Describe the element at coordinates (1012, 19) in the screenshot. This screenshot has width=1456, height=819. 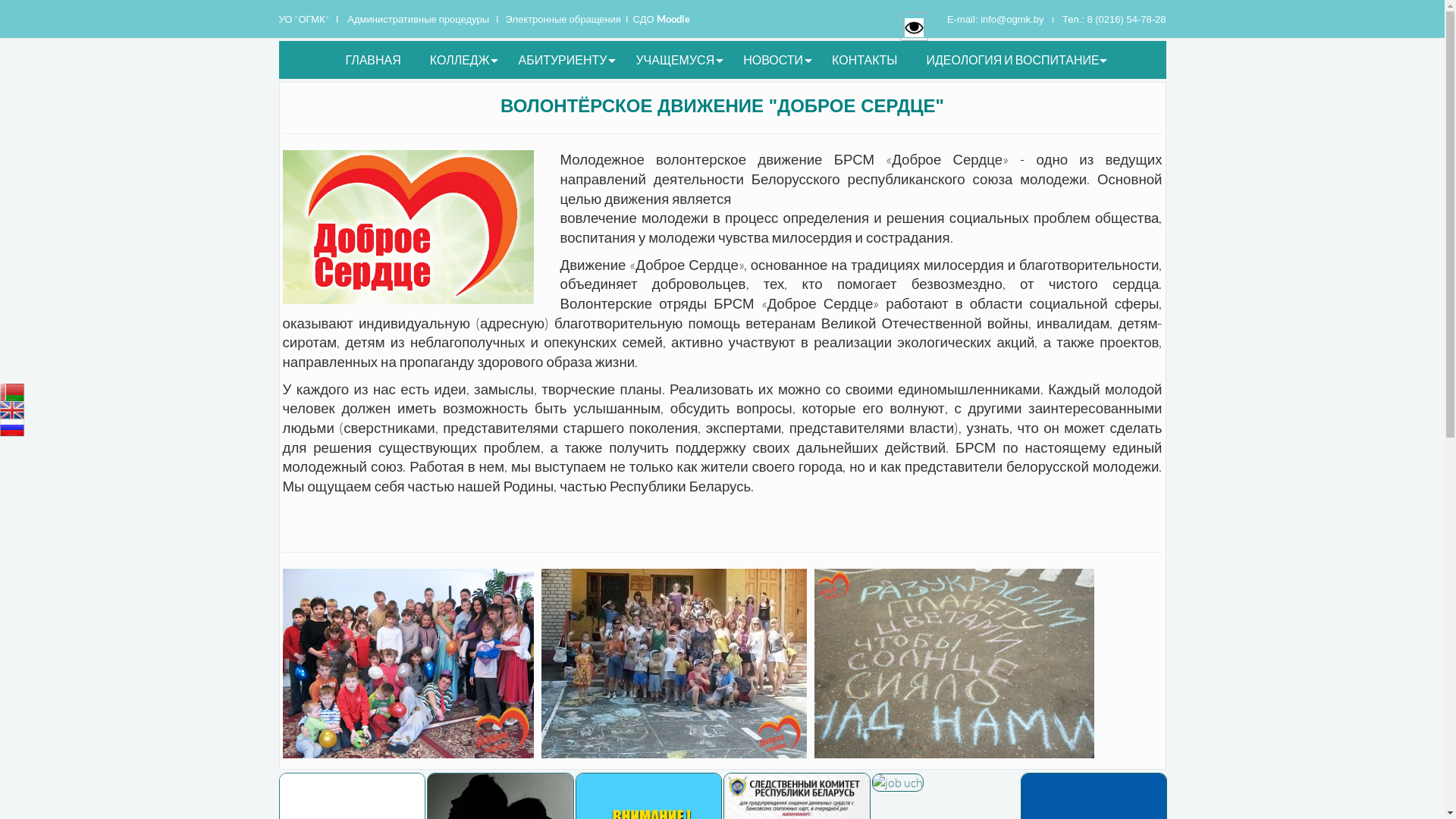
I see `'info@ogmk.by'` at that location.